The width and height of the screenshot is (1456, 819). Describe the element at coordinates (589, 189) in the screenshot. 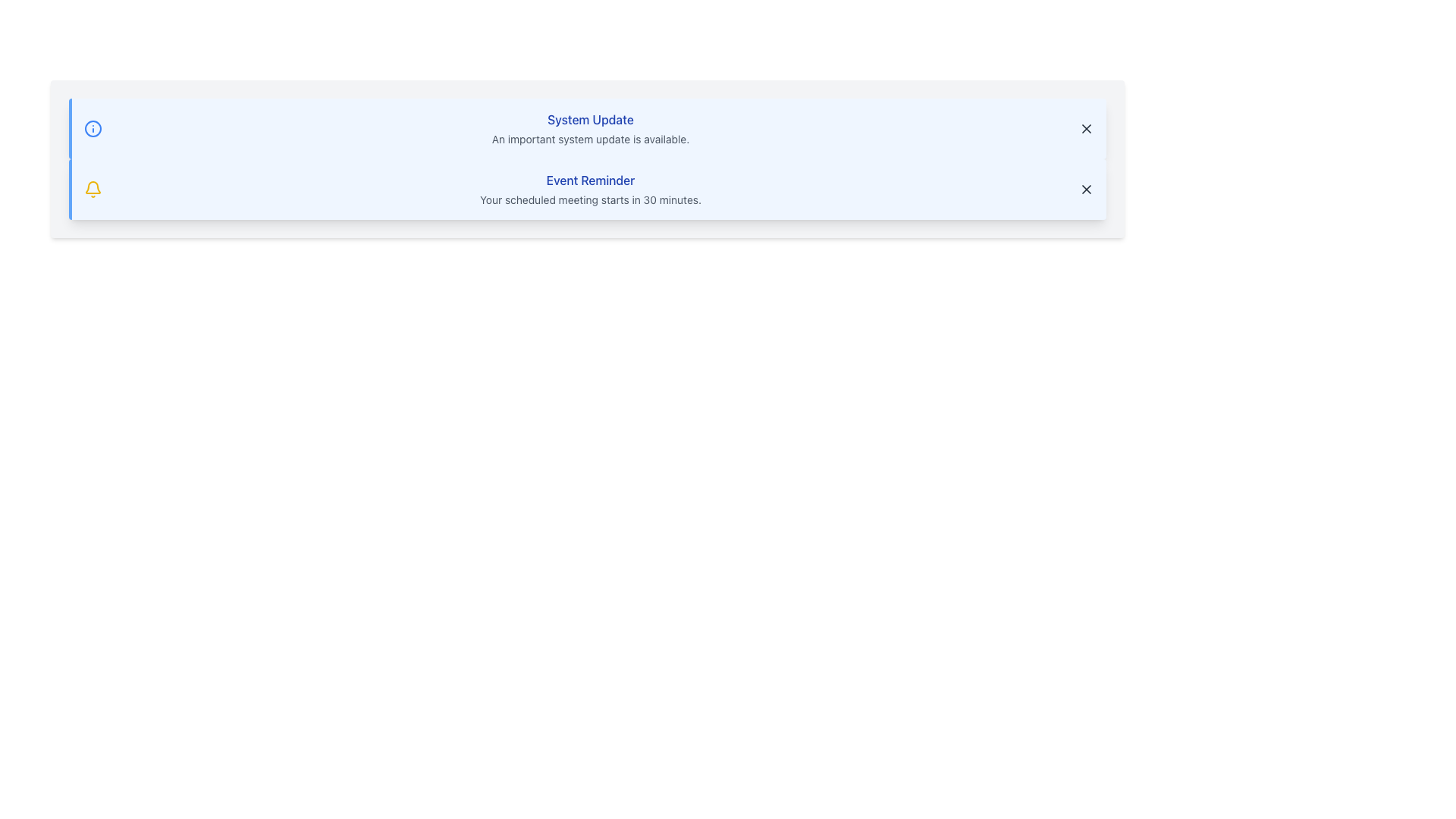

I see `the second text display element that serves as a reminder for an upcoming scheduled meeting, located below the system update notification` at that location.